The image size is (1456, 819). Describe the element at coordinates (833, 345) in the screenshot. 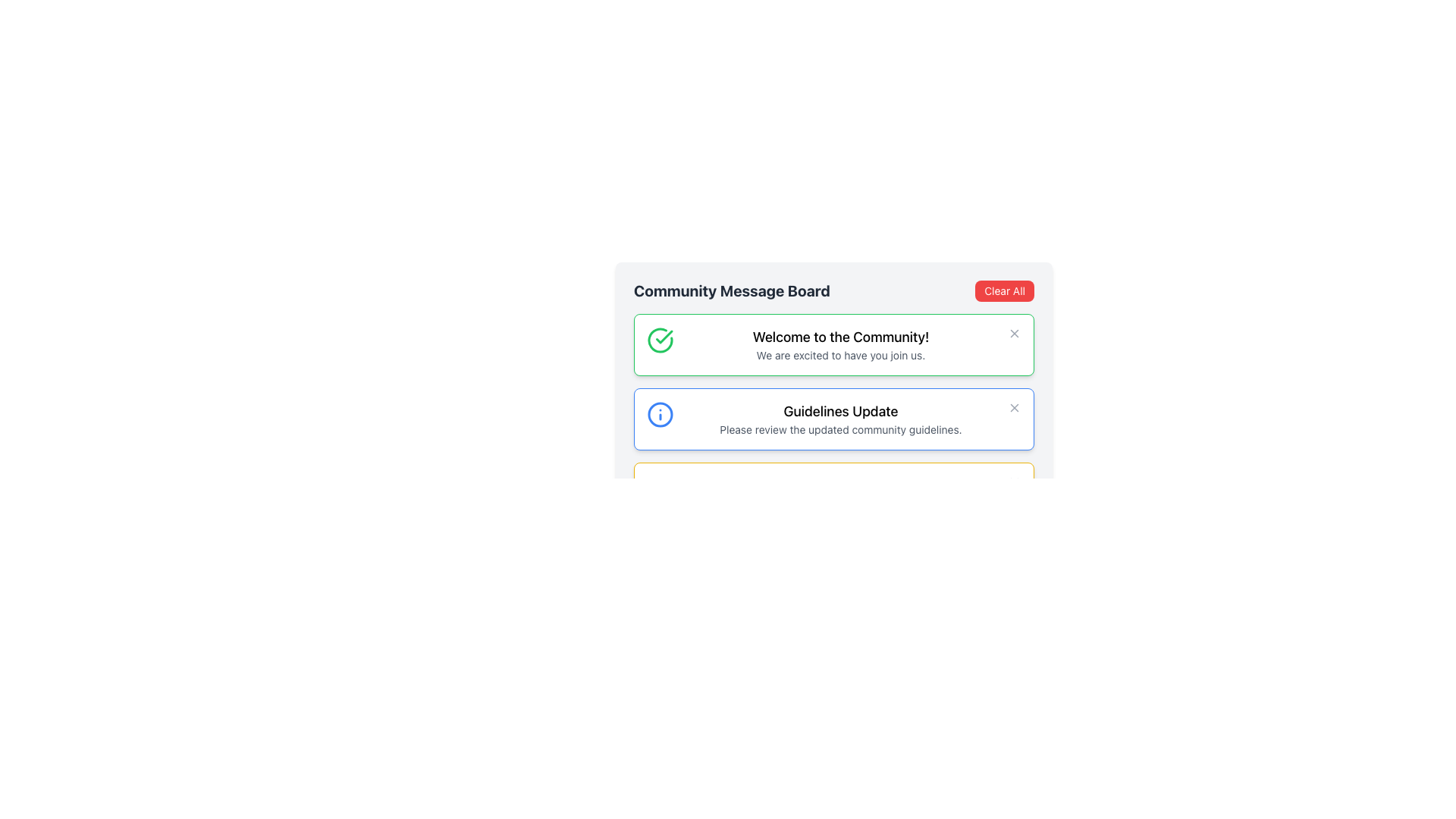

I see `the Informational Card located at the top of the 'Community Message Board' section, which serves as a welcome message to users` at that location.